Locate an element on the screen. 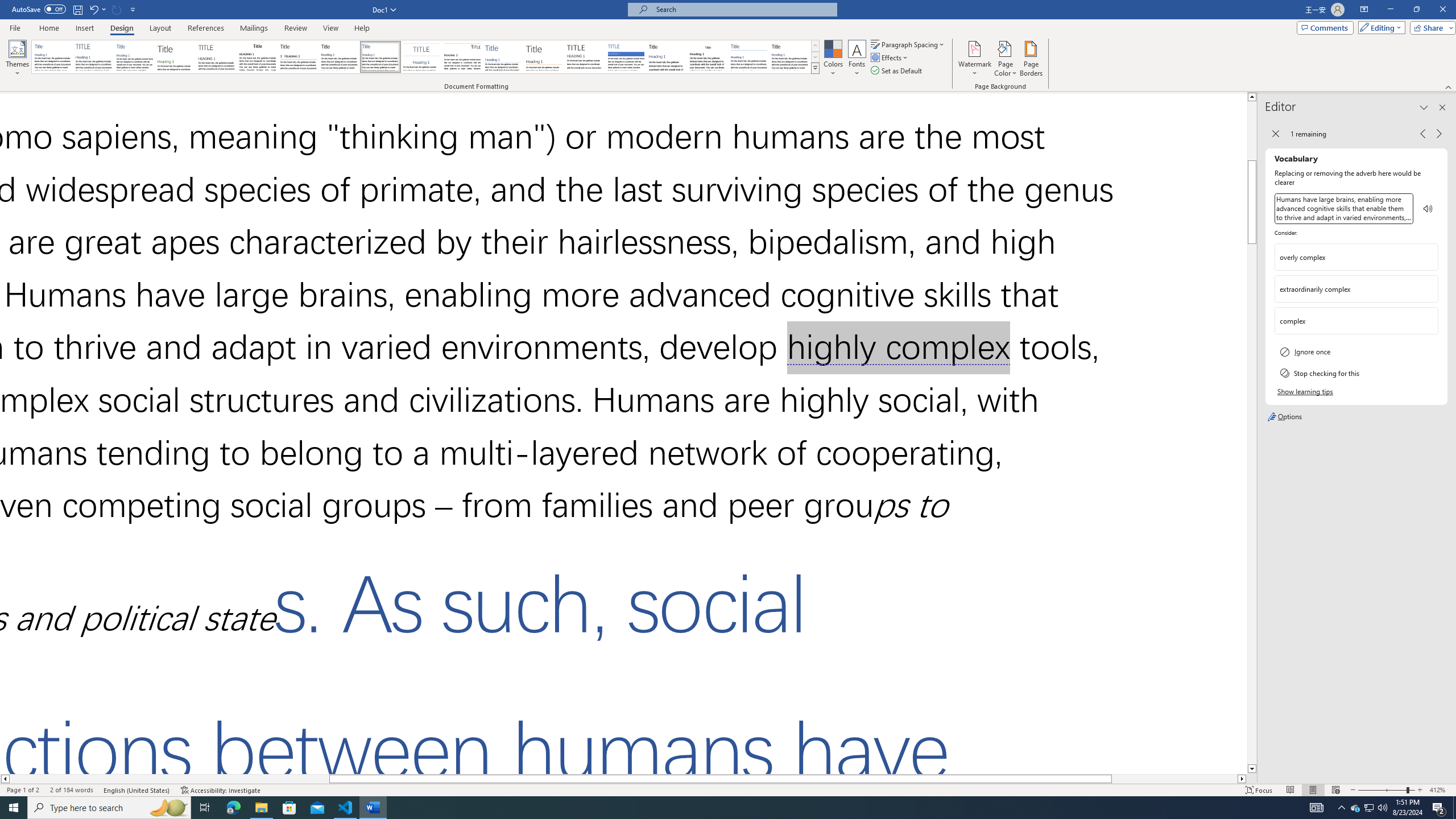  'Themes' is located at coordinates (16, 59).